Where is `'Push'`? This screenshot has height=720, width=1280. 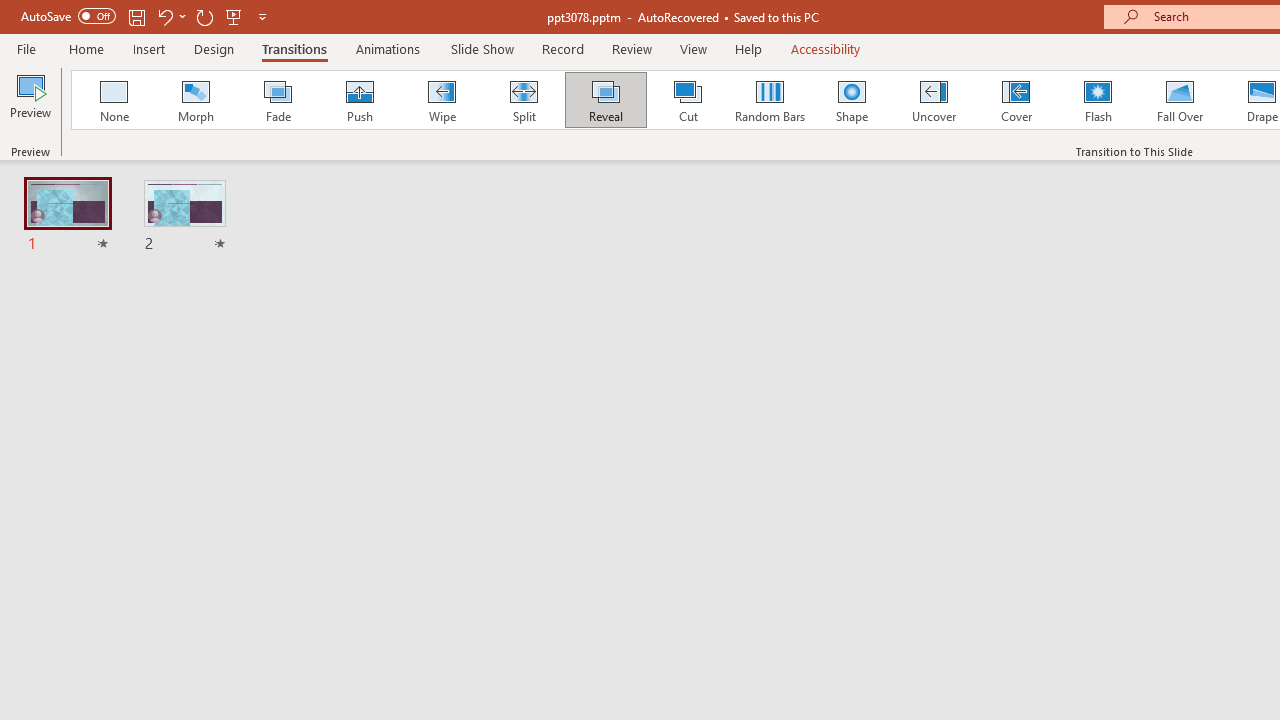 'Push' is located at coordinates (359, 100).